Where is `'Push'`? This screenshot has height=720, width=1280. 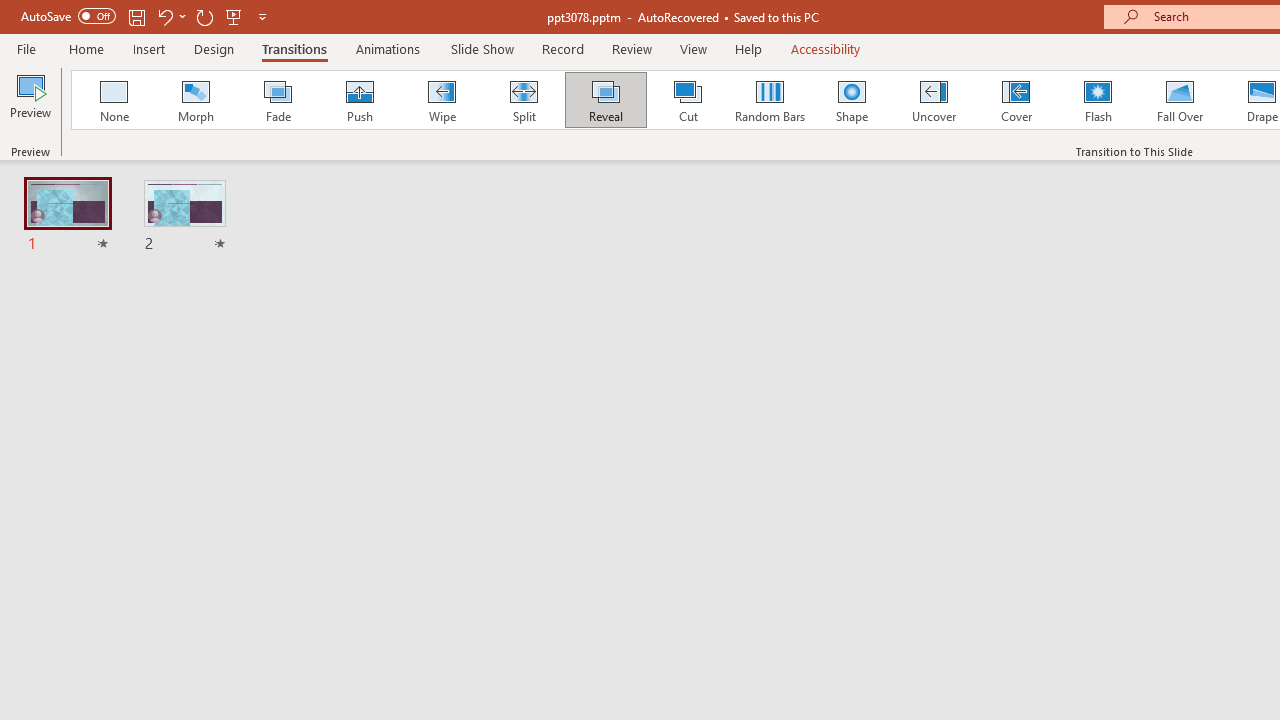 'Push' is located at coordinates (359, 100).